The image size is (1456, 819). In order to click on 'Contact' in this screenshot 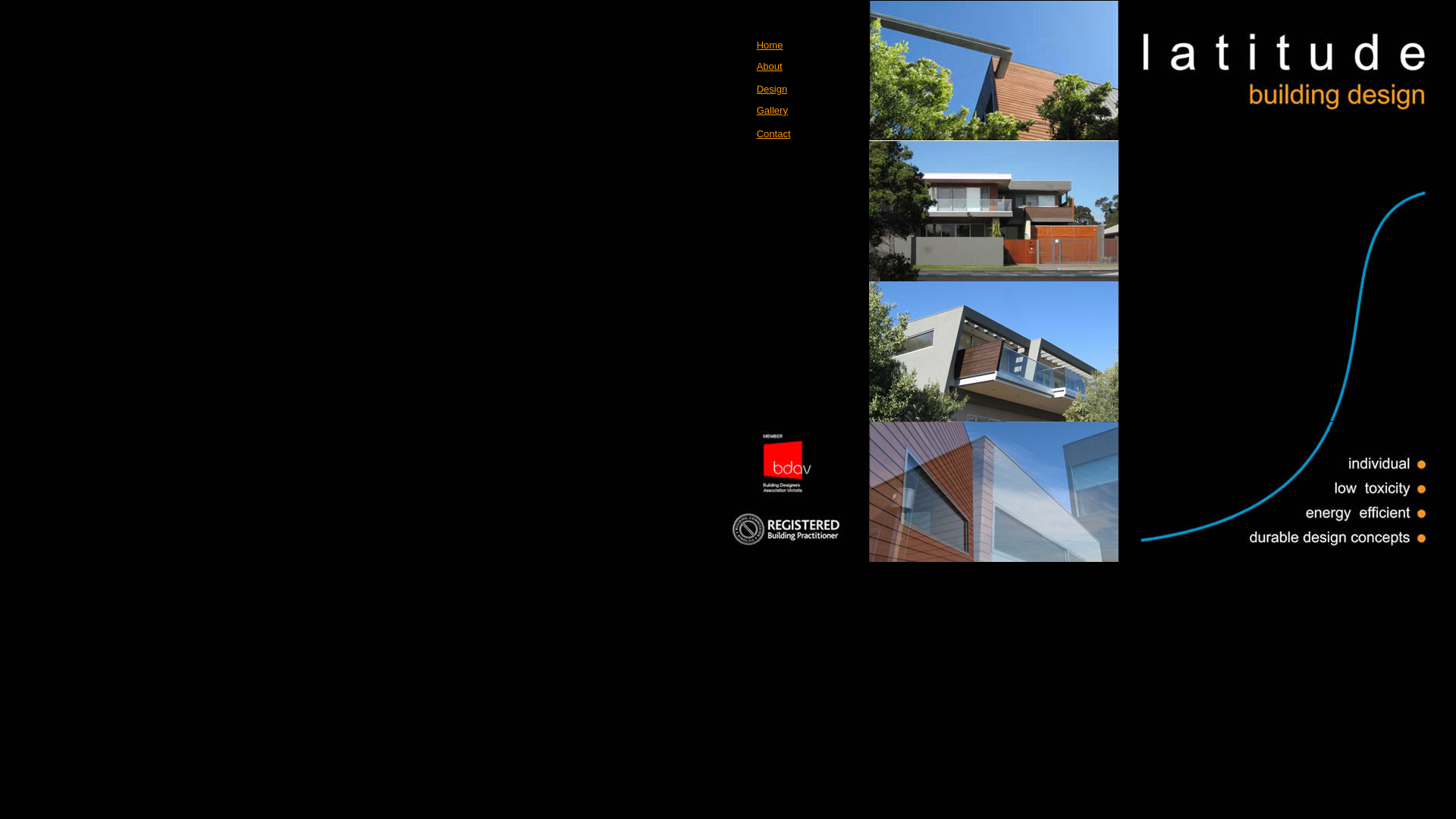, I will do `click(757, 133)`.